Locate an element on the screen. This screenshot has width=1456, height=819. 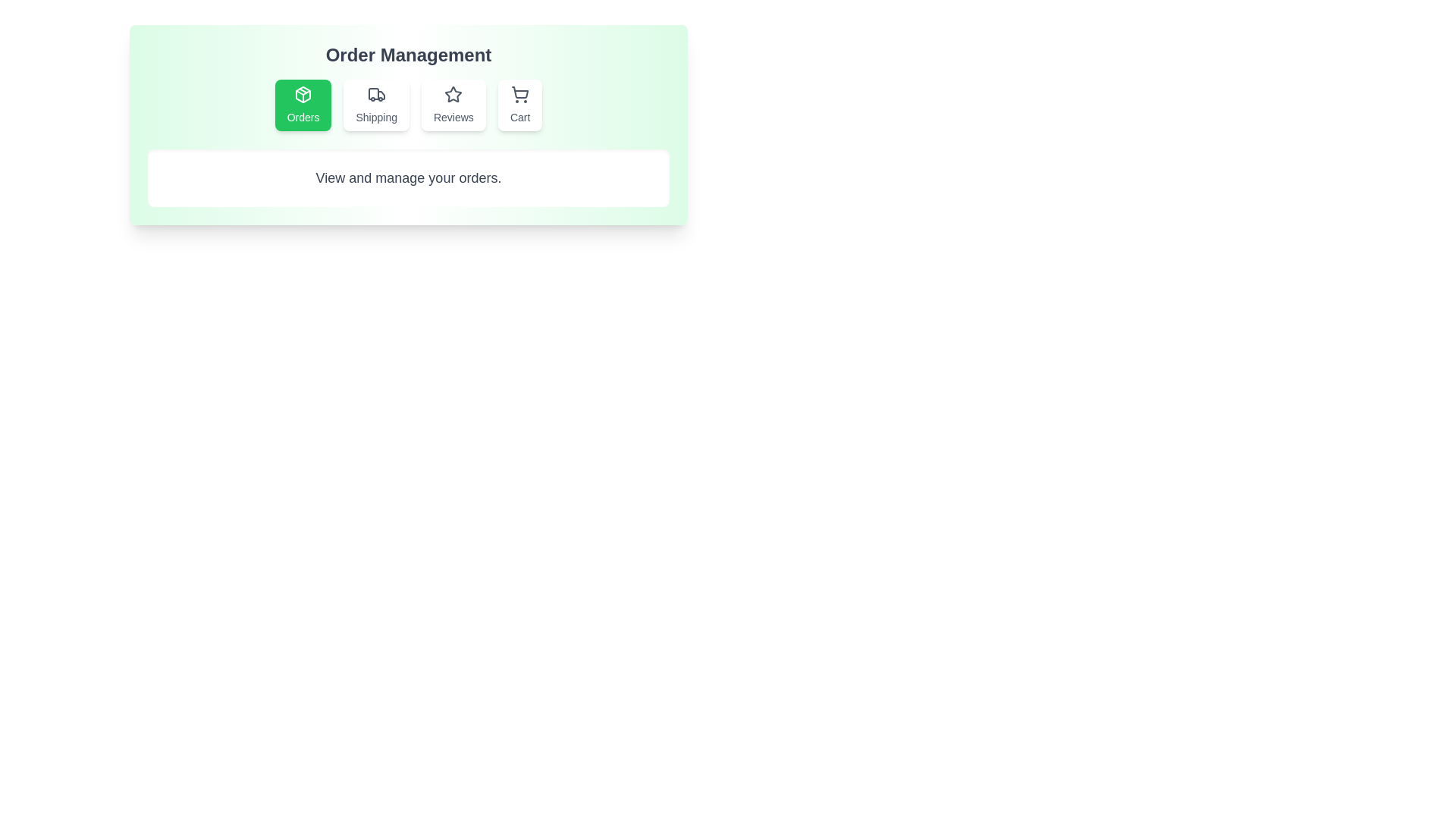
the informational text box providing guidance related to orders, positioned below the 'Order Management' title and the clickable options ('Orders', 'Shipping', 'Reviews', 'Cart') is located at coordinates (408, 177).